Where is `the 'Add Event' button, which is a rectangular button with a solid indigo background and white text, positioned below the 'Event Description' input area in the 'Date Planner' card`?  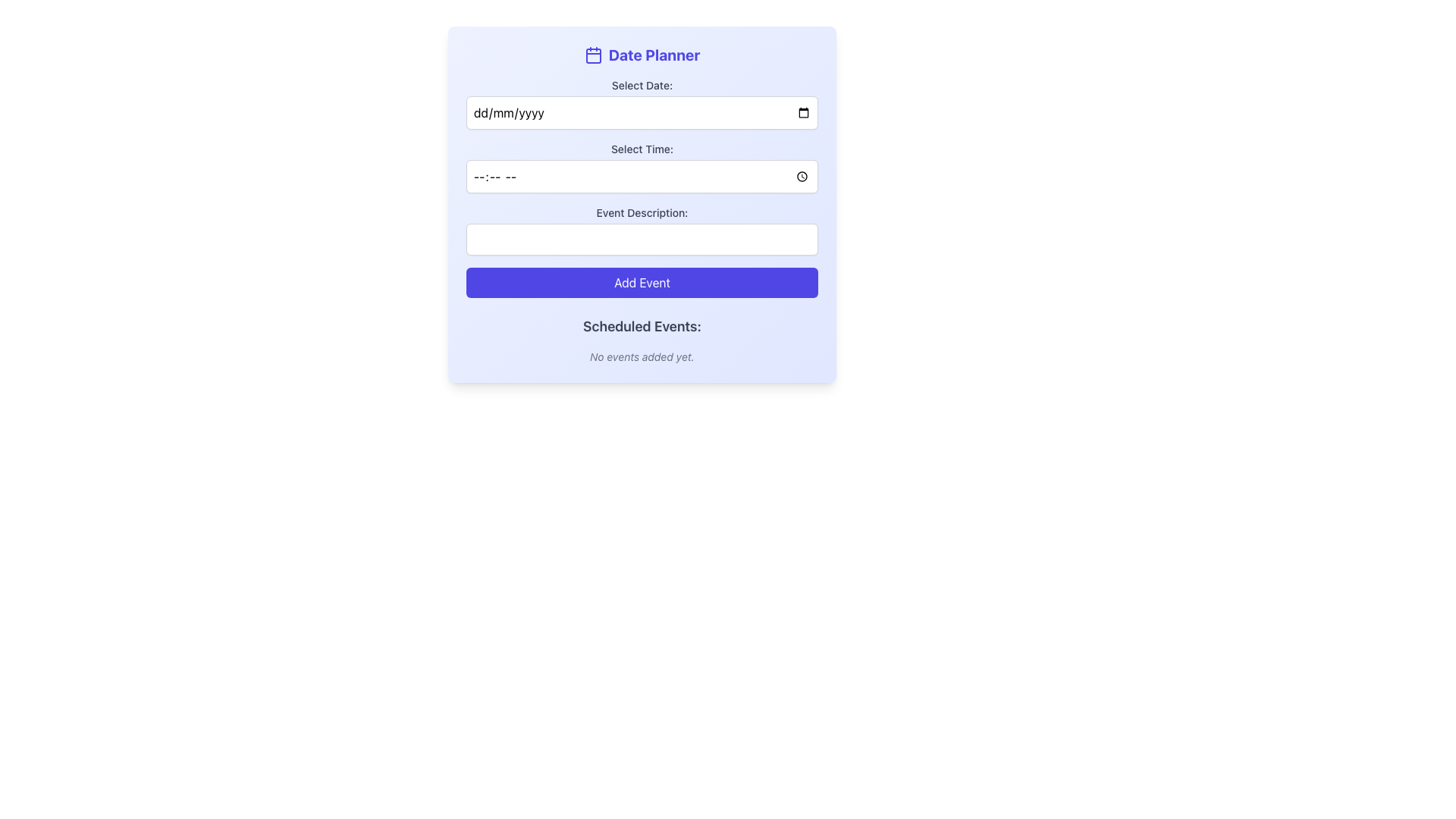
the 'Add Event' button, which is a rectangular button with a solid indigo background and white text, positioned below the 'Event Description' input area in the 'Date Planner' card is located at coordinates (642, 283).